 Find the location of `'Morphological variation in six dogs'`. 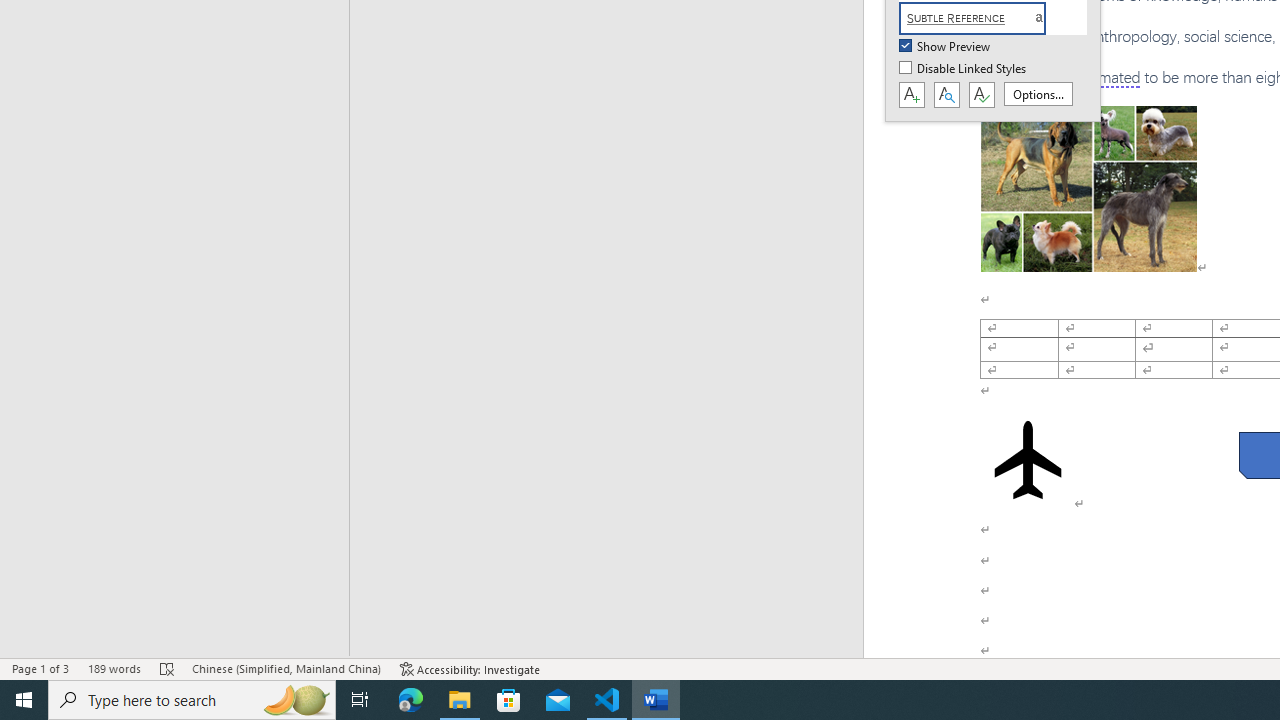

'Morphological variation in six dogs' is located at coordinates (1087, 189).